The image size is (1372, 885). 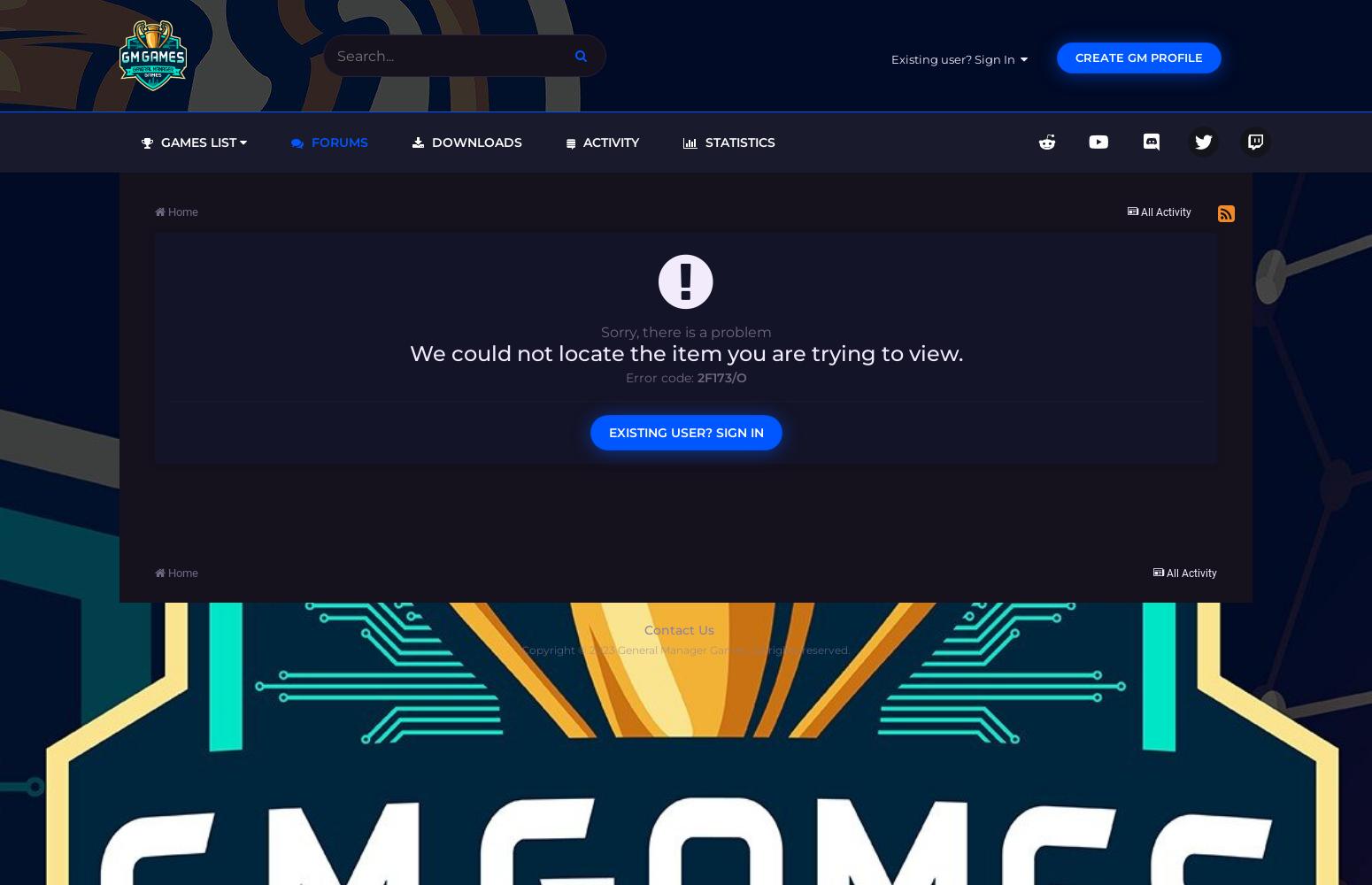 What do you see at coordinates (681, 192) in the screenshot?
I see `'Leaderboard'` at bounding box center [681, 192].